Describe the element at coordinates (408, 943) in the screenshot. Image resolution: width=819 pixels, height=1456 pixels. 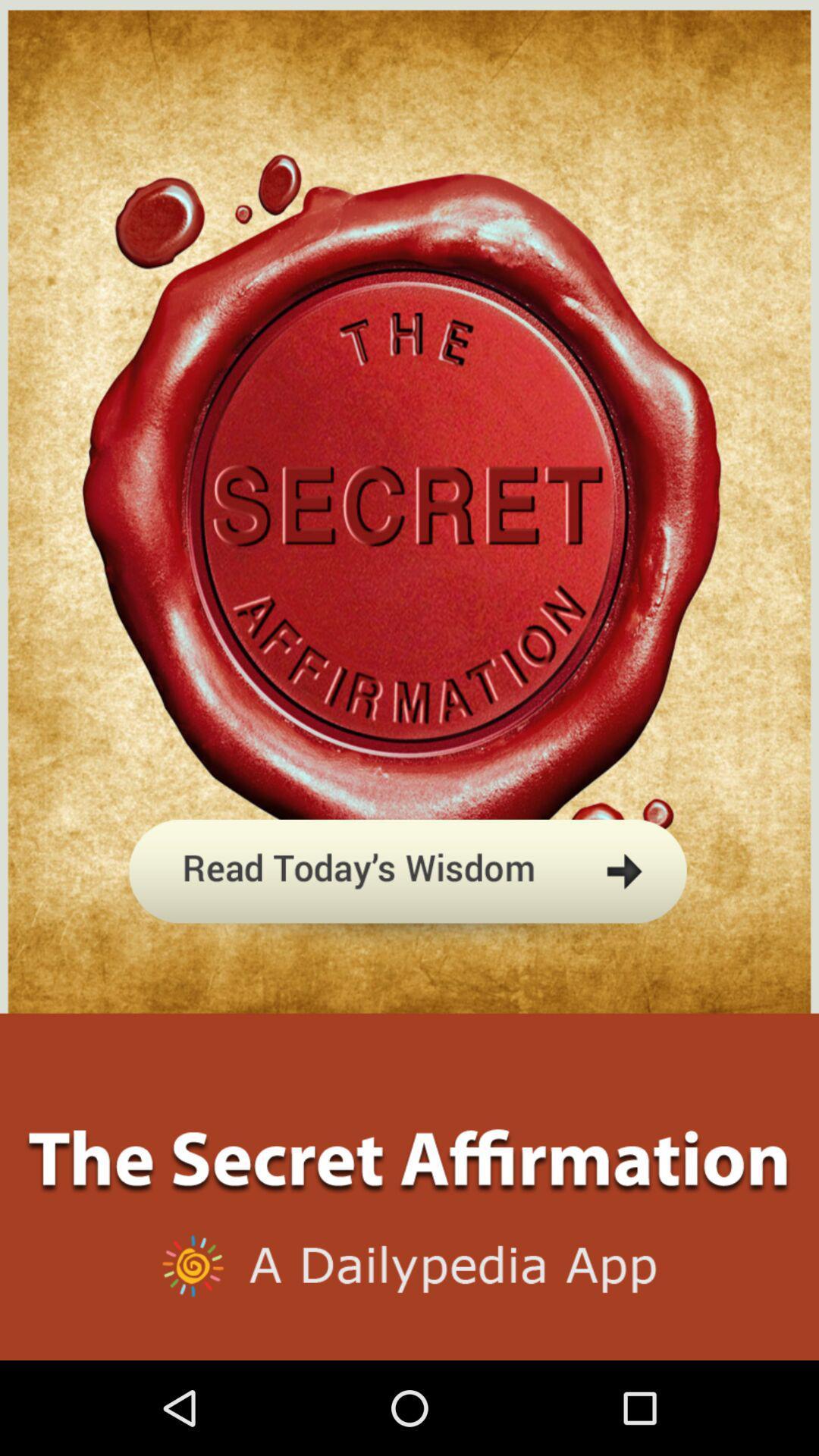
I see `let go to read` at that location.